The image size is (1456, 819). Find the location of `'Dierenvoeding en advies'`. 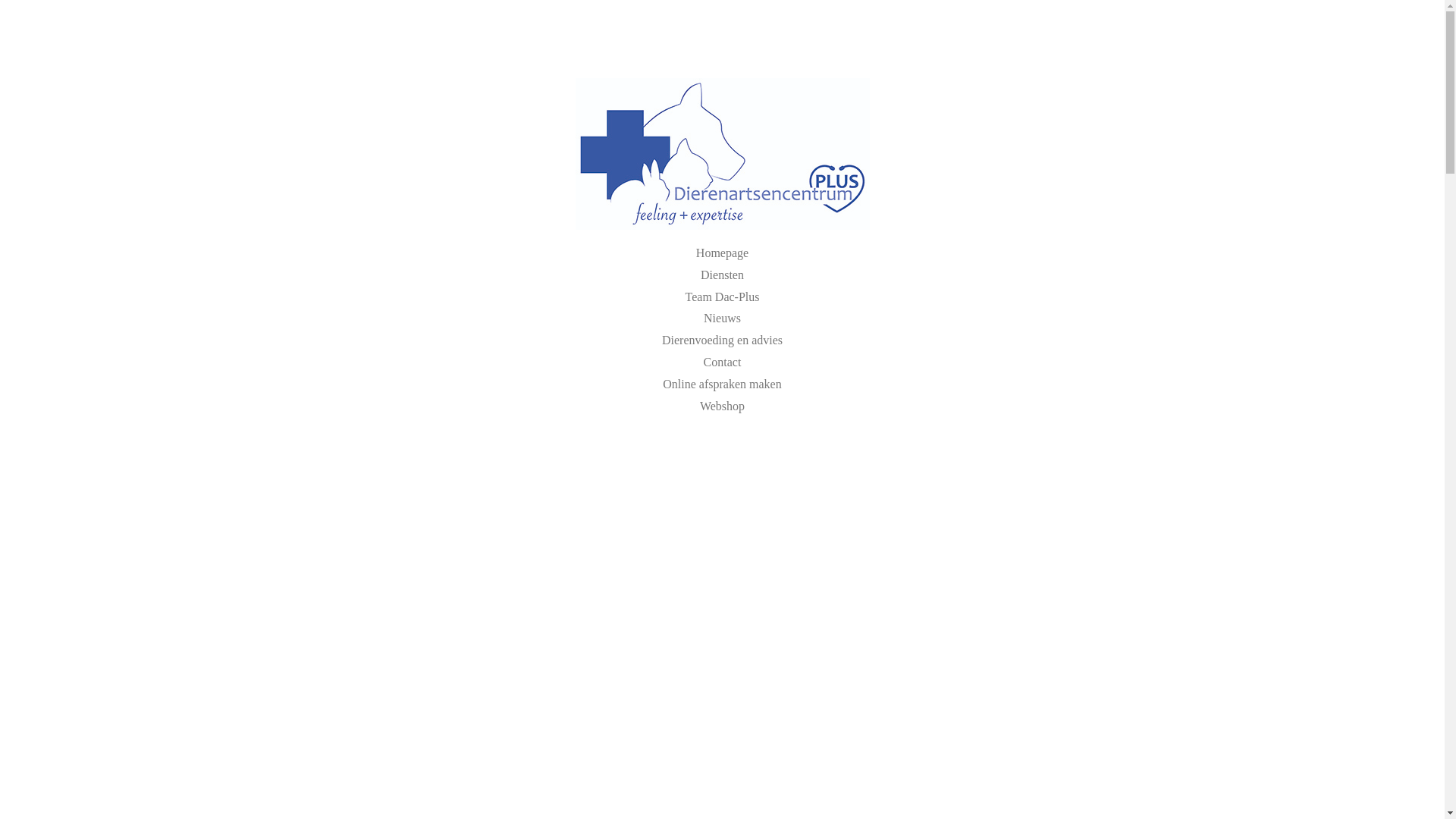

'Dierenvoeding en advies' is located at coordinates (721, 339).